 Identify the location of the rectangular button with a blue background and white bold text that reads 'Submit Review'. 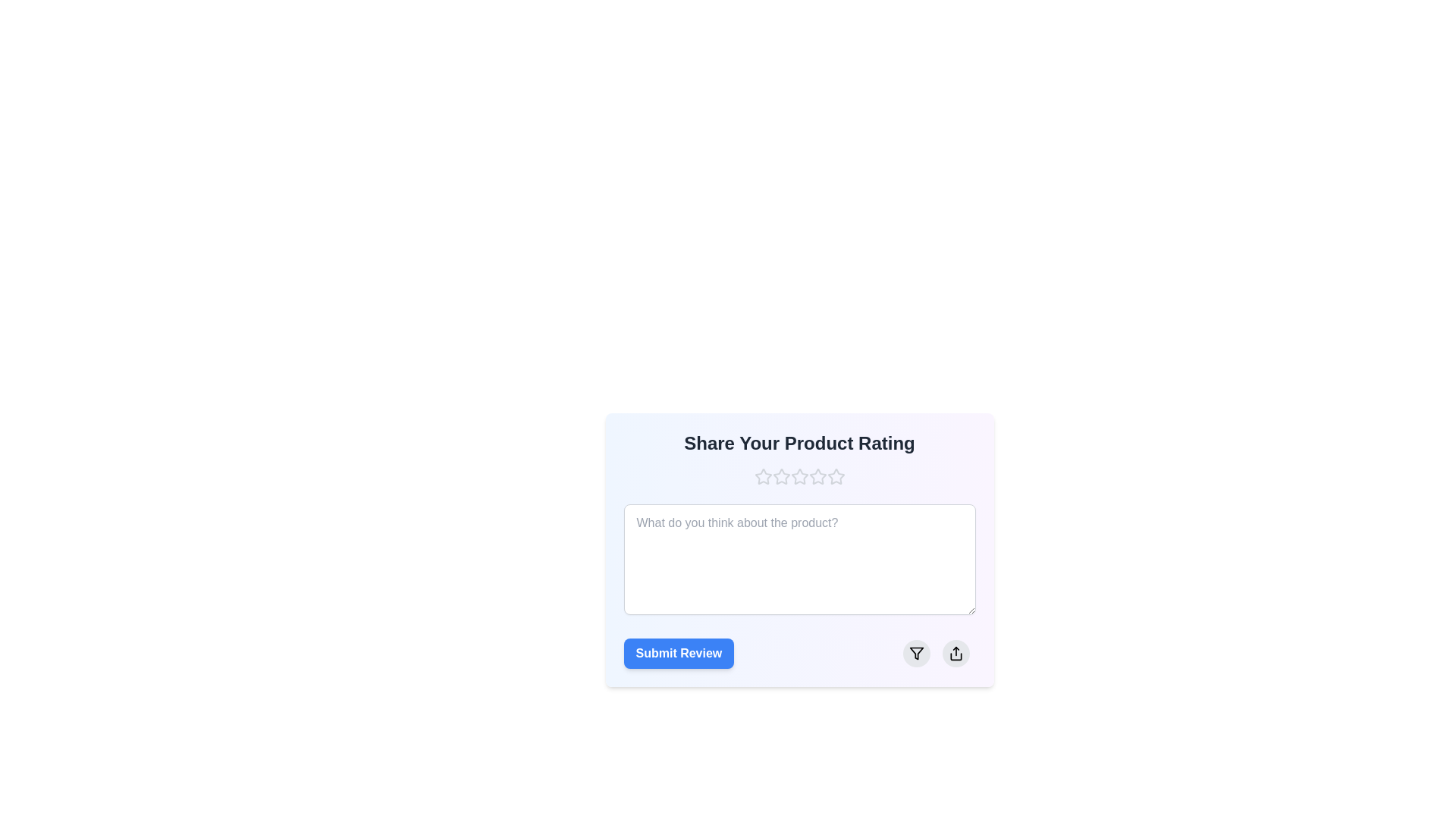
(678, 652).